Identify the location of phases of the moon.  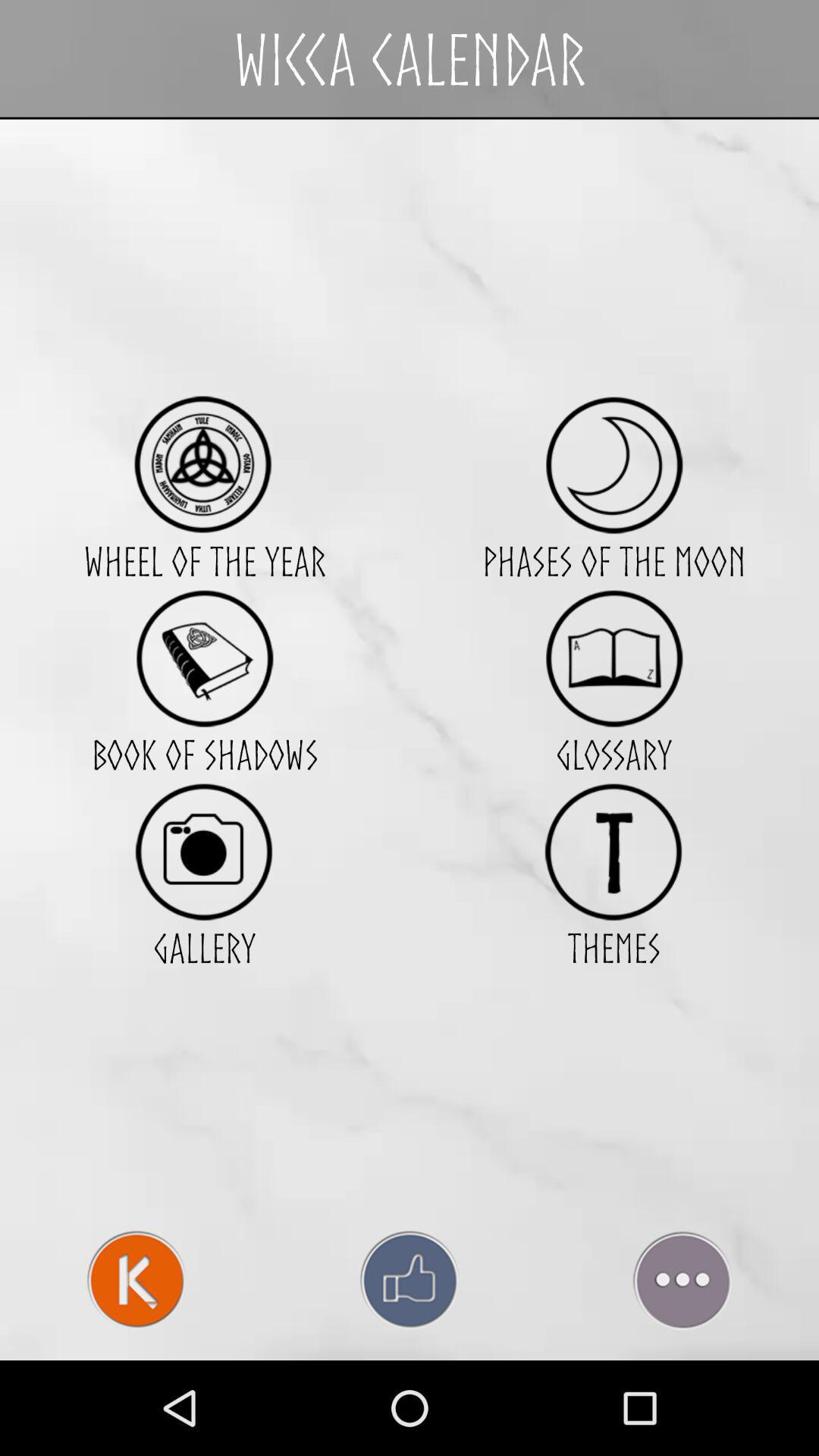
(613, 464).